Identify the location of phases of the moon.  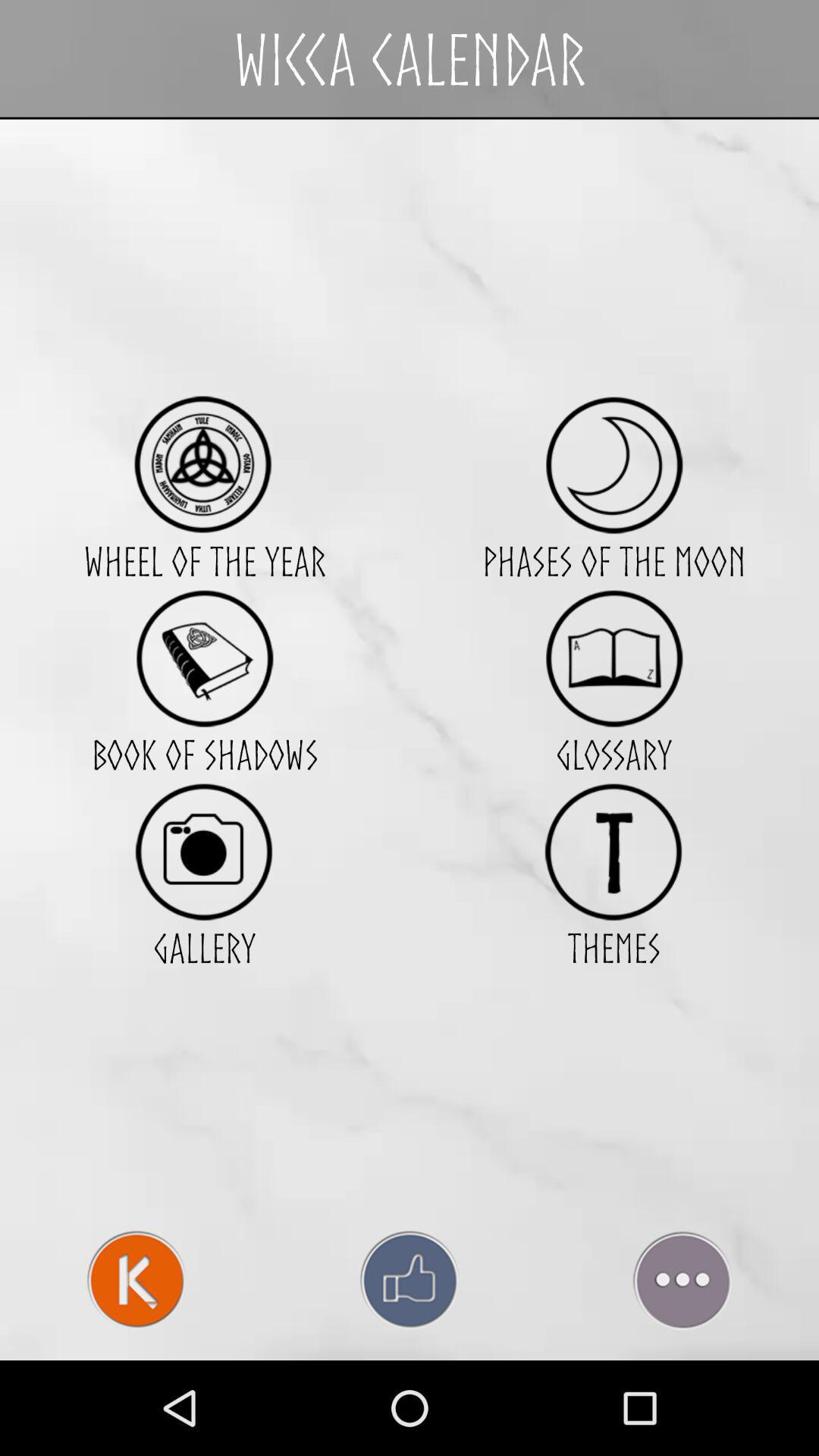
(613, 464).